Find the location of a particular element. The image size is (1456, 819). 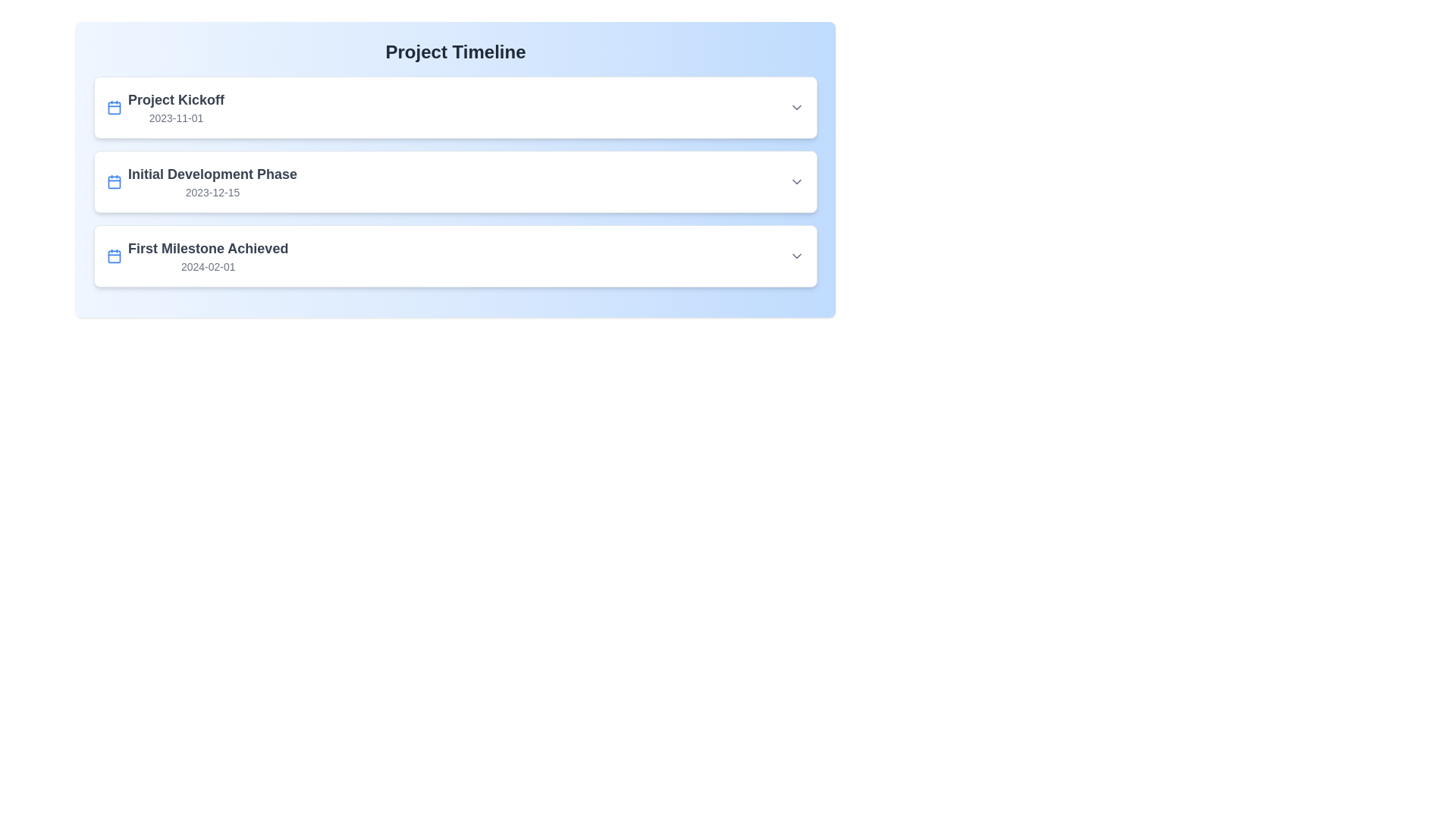

the text component displaying the date '2023-11-01', which is styled in a smaller gray font and located directly below the 'Project Kickoff' title is located at coordinates (176, 117).